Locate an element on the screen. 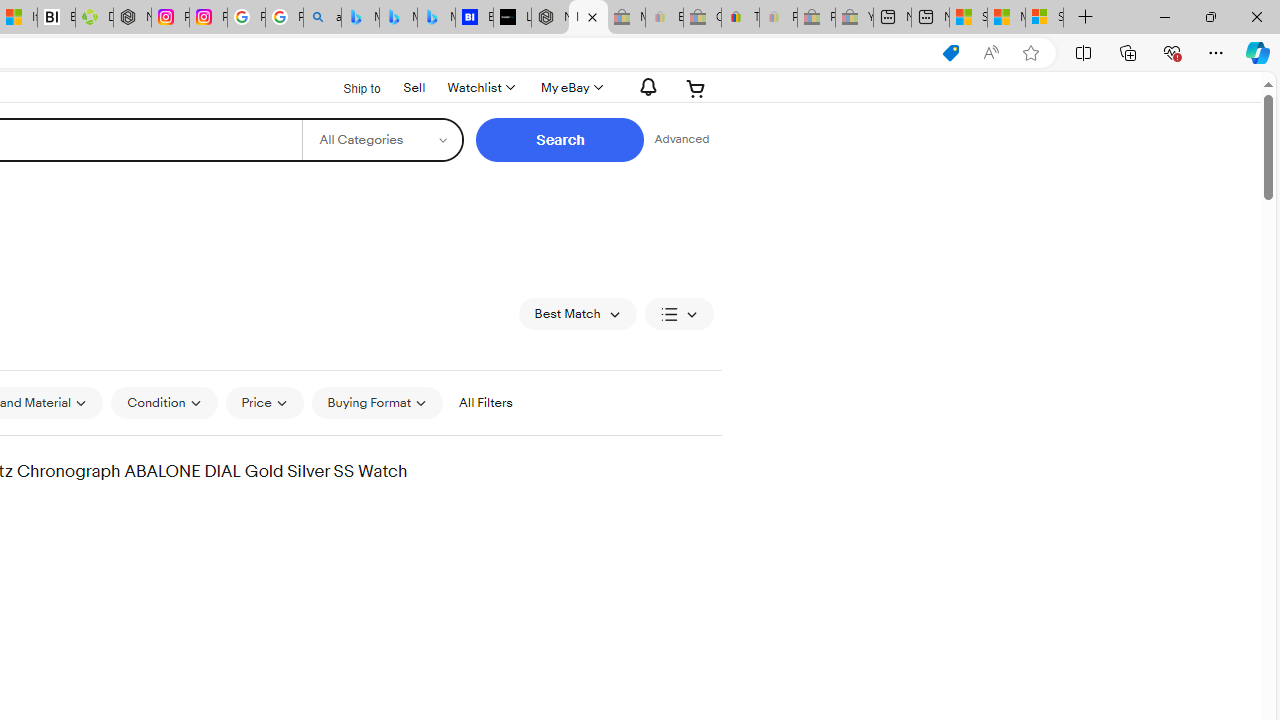 The width and height of the screenshot is (1280, 720). 'Sell' is located at coordinates (413, 86).